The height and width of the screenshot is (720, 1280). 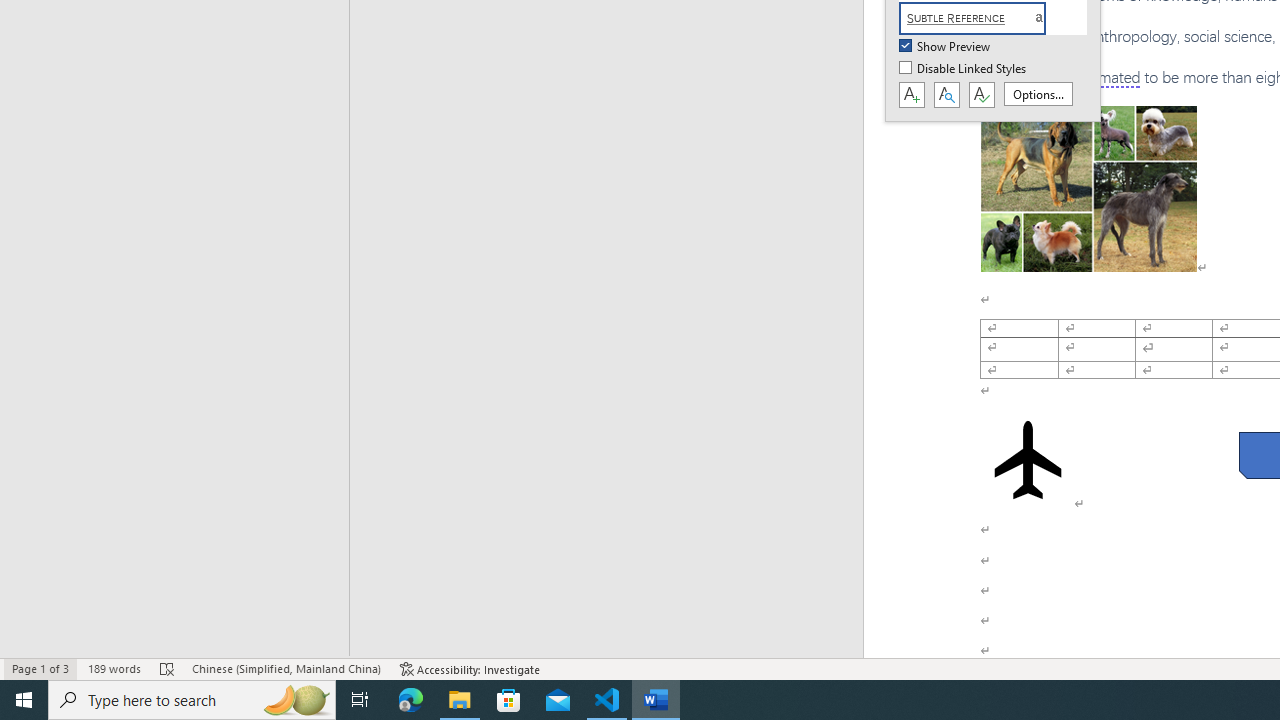 What do you see at coordinates (168, 669) in the screenshot?
I see `'Spelling and Grammar Check Errors'` at bounding box center [168, 669].